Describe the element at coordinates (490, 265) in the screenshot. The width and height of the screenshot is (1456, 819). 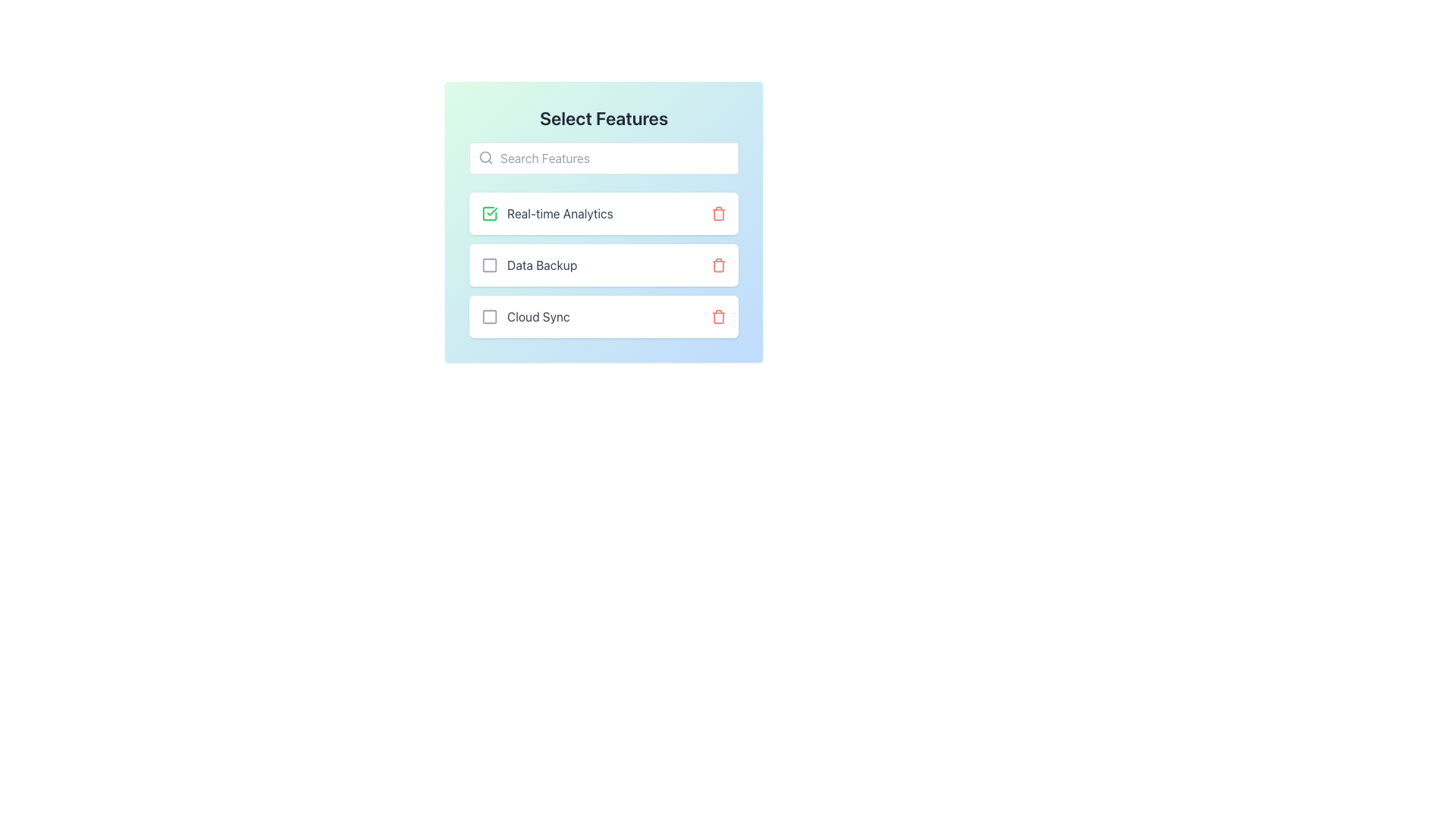
I see `the icon or status indicator located to the left of the 'Data Backup' label` at that location.